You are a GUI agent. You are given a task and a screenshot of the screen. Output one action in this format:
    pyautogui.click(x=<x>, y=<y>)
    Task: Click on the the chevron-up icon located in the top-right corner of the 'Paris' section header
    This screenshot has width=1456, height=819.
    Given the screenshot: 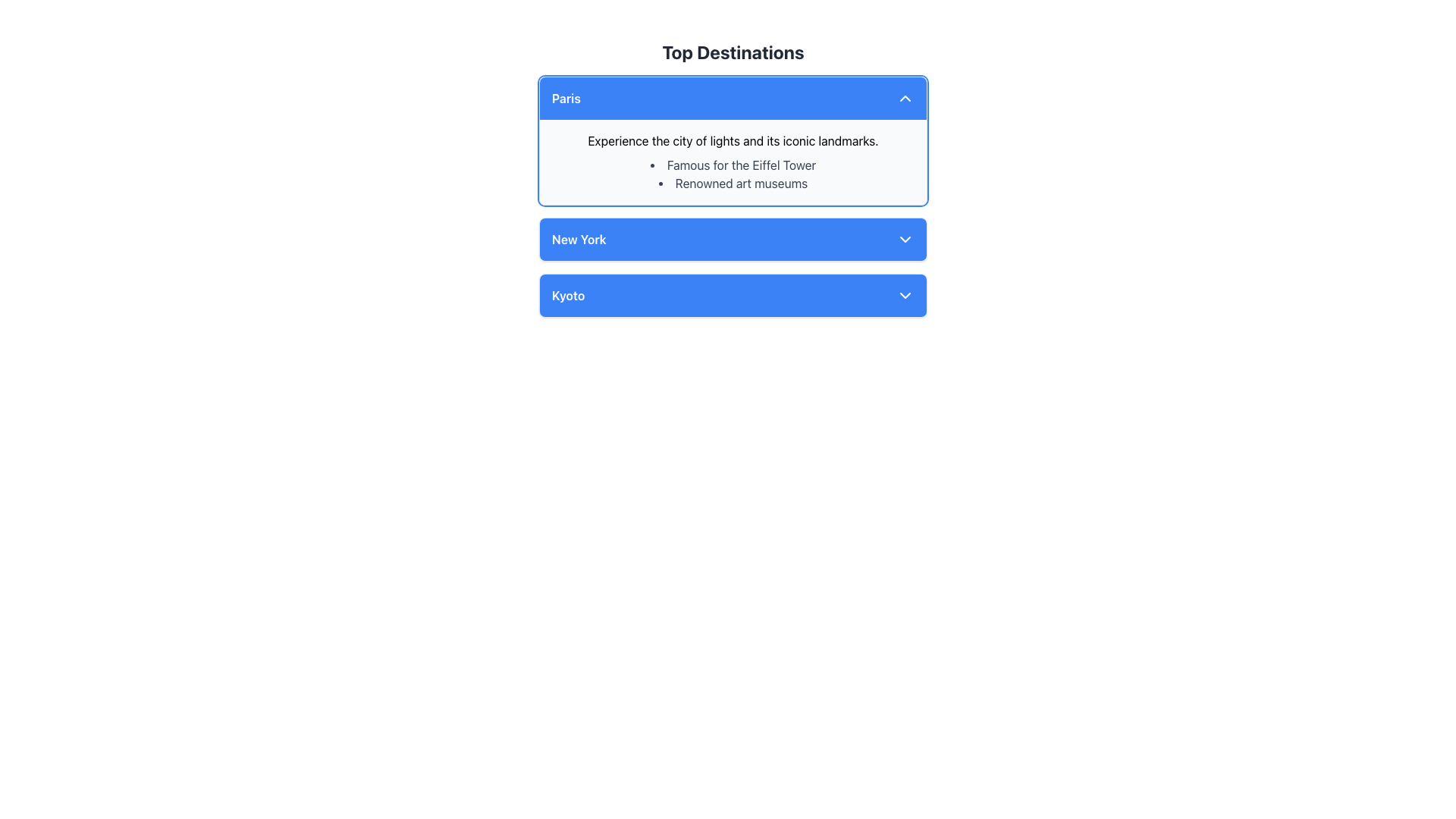 What is the action you would take?
    pyautogui.click(x=905, y=99)
    